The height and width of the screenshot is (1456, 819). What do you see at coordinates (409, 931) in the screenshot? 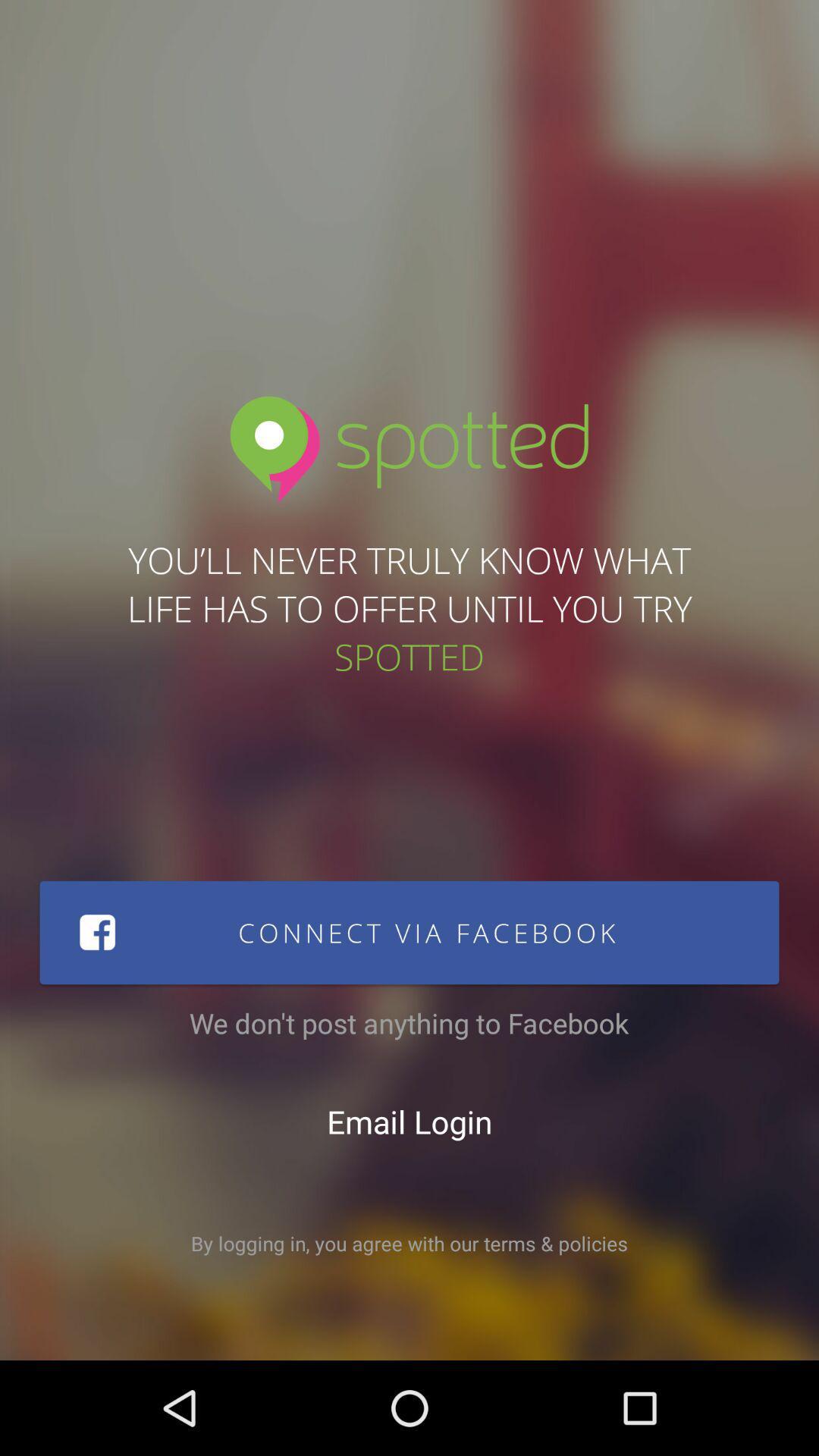
I see `item above we don t icon` at bounding box center [409, 931].